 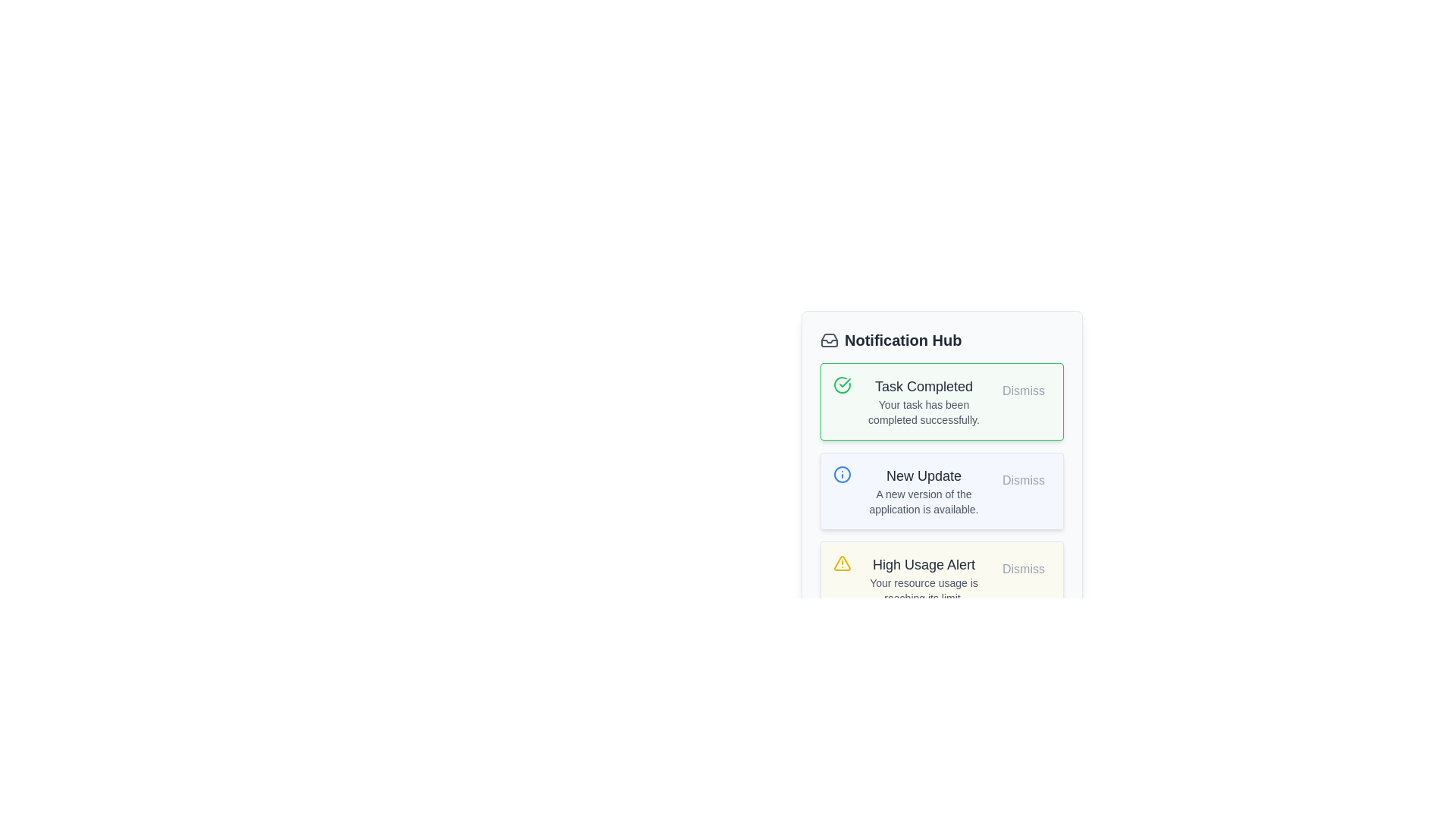 What do you see at coordinates (923, 400) in the screenshot?
I see `the notification message displaying 'Task Completed' with the subtext 'Your task has been completed successfully.' located in the first notification slot under the 'Notification Hub'` at bounding box center [923, 400].